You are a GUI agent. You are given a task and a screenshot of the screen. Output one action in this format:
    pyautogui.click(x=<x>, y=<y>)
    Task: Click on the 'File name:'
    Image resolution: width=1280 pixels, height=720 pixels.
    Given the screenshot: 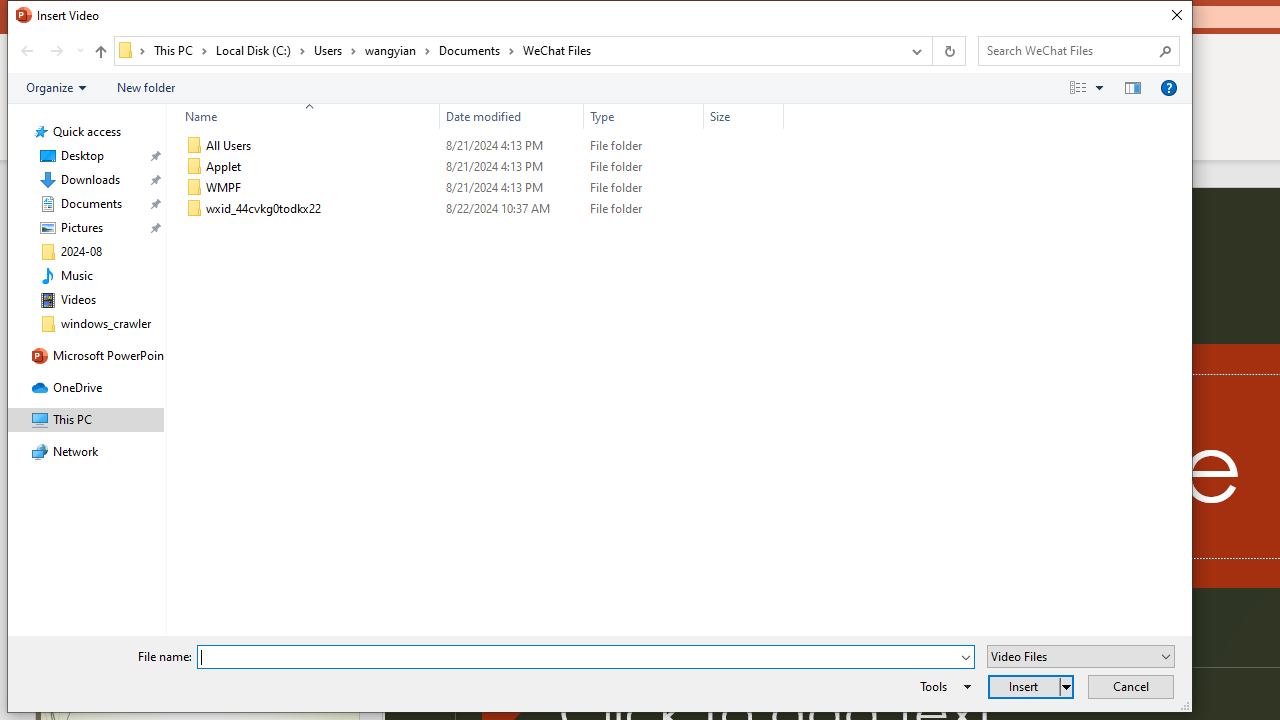 What is the action you would take?
    pyautogui.click(x=576, y=657)
    